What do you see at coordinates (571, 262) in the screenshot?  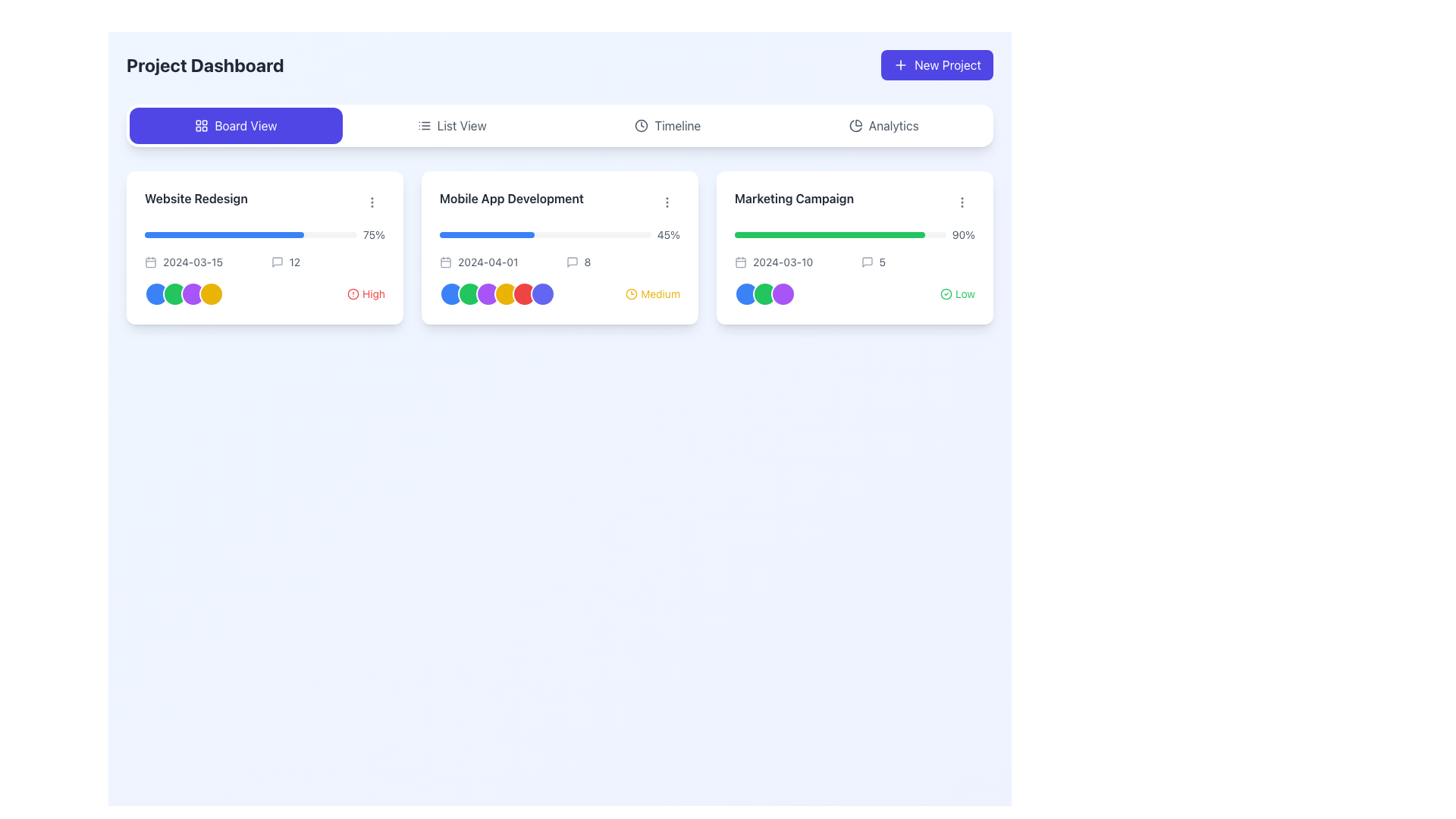 I see `the speech bubble icon indicating messages, located next to the numeric indicator '8' on the 'Mobile App Development' card in the middle column` at bounding box center [571, 262].